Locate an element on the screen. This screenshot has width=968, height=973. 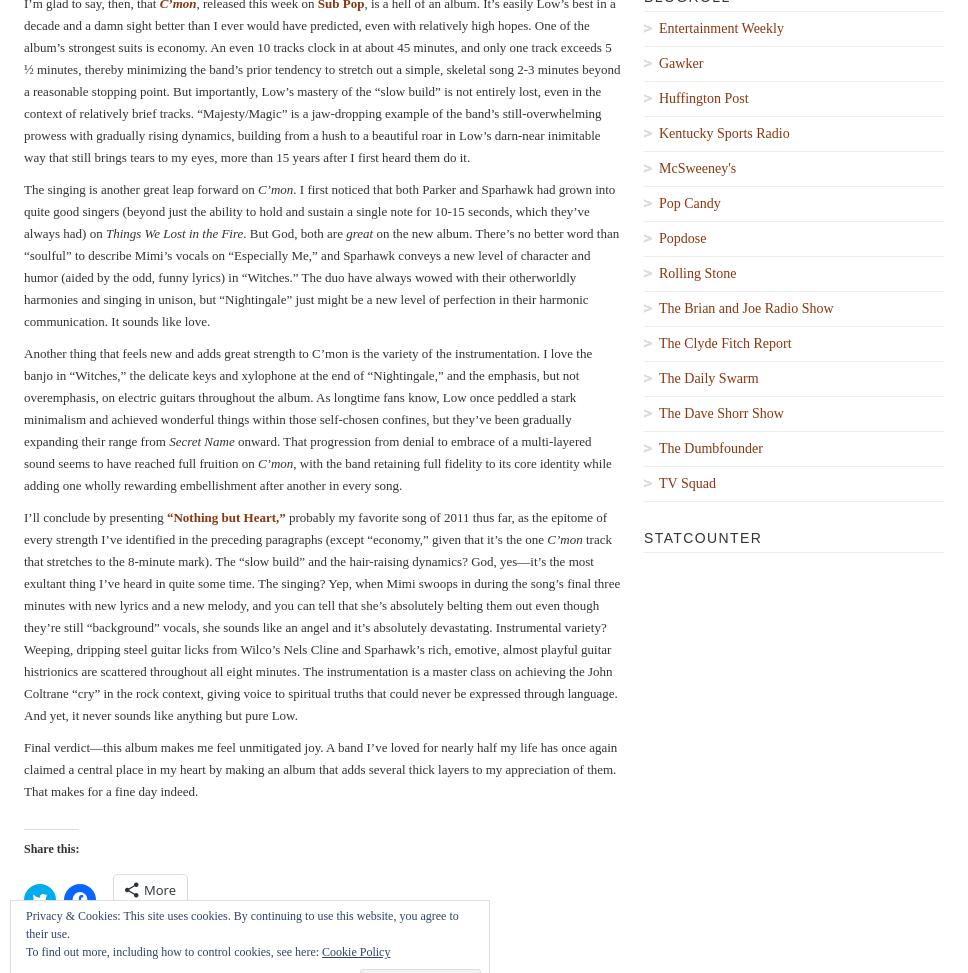
'Another thing that feels new and adds great strength to C’mon is the variety of the instrumentation. I love the banjo in “Witches,” the delicate keys and xylophone at the end of “Nightingale,” and the emphasis, but not overemphasis, on electric guitars throughout the album. As longtime fans know, Low once peddled a stark minimalism and achieved wonderful things within those self-chosen confines, but they’ve been gradually expanding their range from' is located at coordinates (307, 395).